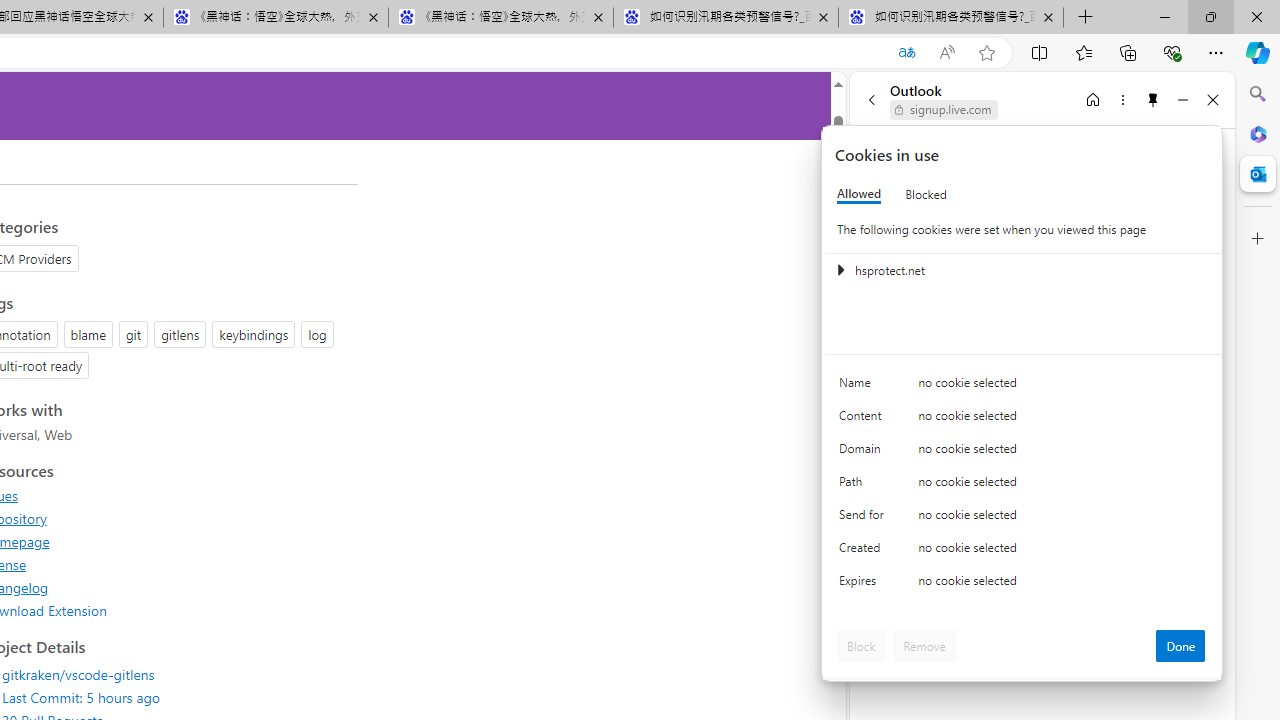 This screenshot has width=1280, height=720. What do you see at coordinates (859, 194) in the screenshot?
I see `'Allowed'` at bounding box center [859, 194].